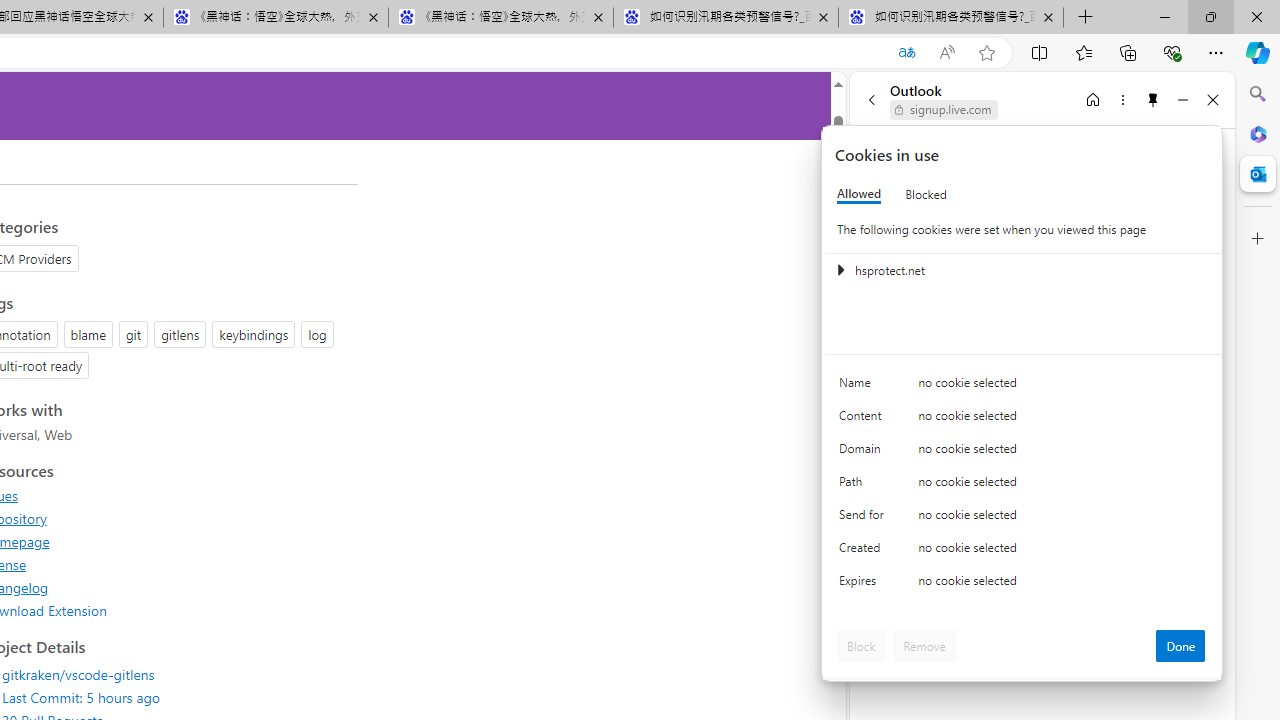 This screenshot has width=1280, height=720. What do you see at coordinates (859, 194) in the screenshot?
I see `'Allowed'` at bounding box center [859, 194].